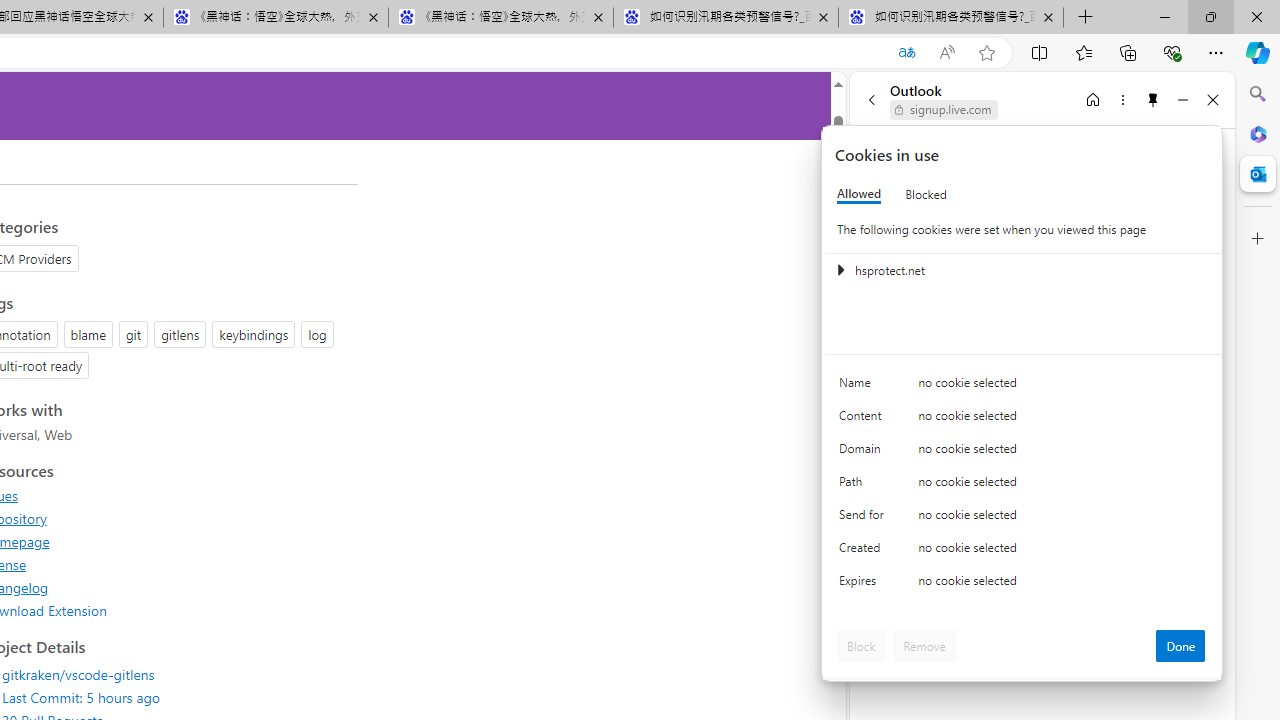 This screenshot has width=1280, height=720. What do you see at coordinates (859, 194) in the screenshot?
I see `'Allowed'` at bounding box center [859, 194].